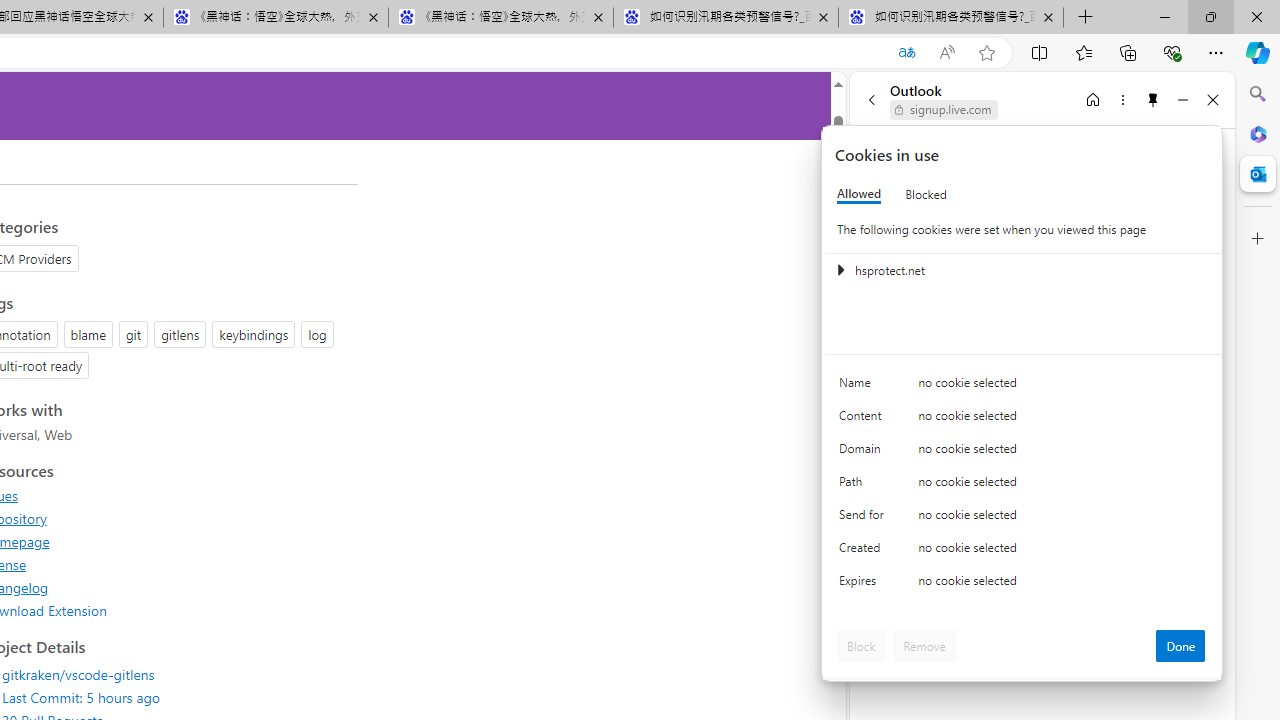 This screenshot has width=1280, height=720. What do you see at coordinates (859, 194) in the screenshot?
I see `'Allowed'` at bounding box center [859, 194].